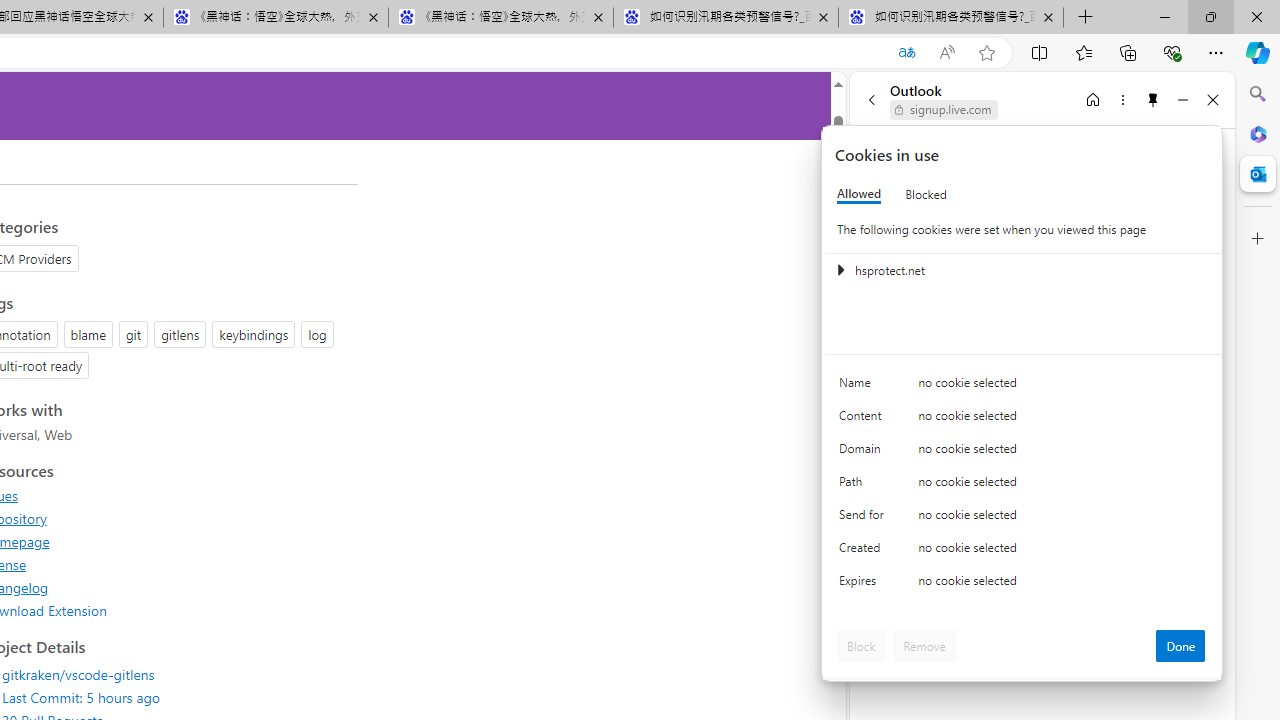 This screenshot has width=1280, height=720. What do you see at coordinates (859, 194) in the screenshot?
I see `'Allowed'` at bounding box center [859, 194].